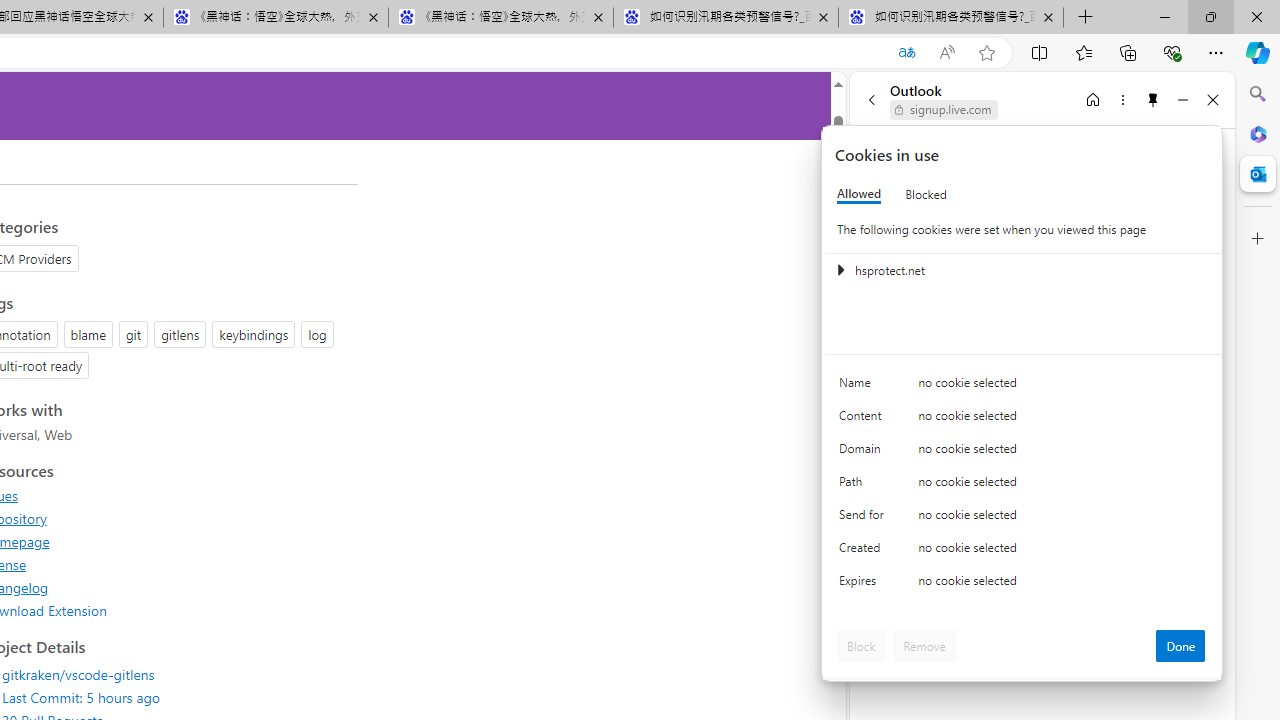 This screenshot has width=1280, height=720. What do you see at coordinates (859, 194) in the screenshot?
I see `'Allowed'` at bounding box center [859, 194].